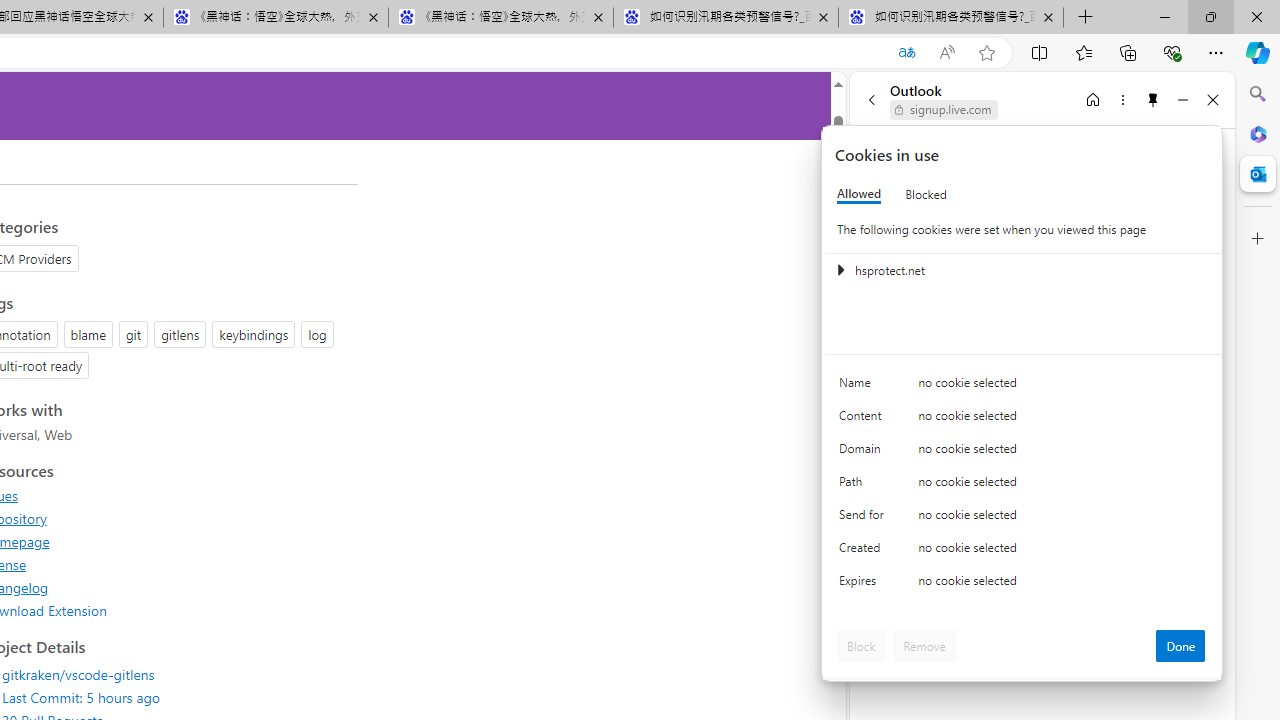 This screenshot has width=1280, height=720. What do you see at coordinates (859, 194) in the screenshot?
I see `'Allowed'` at bounding box center [859, 194].